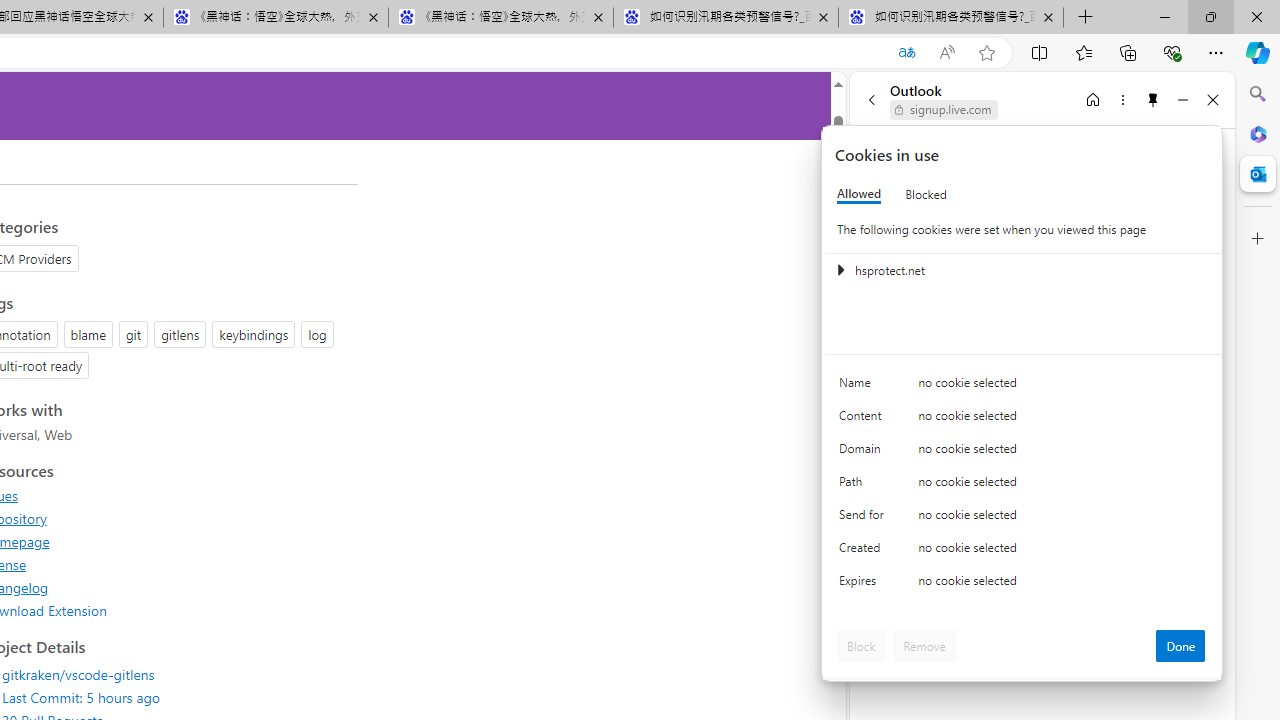 This screenshot has width=1280, height=720. What do you see at coordinates (859, 194) in the screenshot?
I see `'Allowed'` at bounding box center [859, 194].